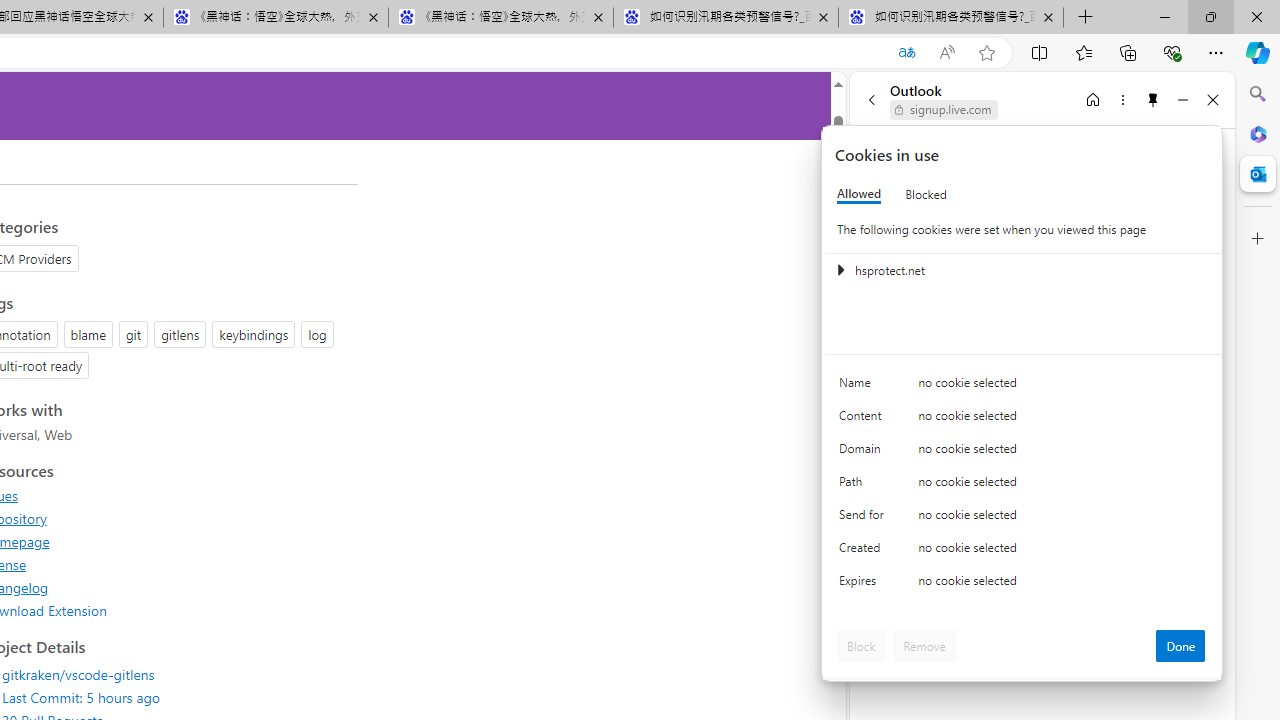 This screenshot has width=1280, height=720. What do you see at coordinates (859, 194) in the screenshot?
I see `'Allowed'` at bounding box center [859, 194].